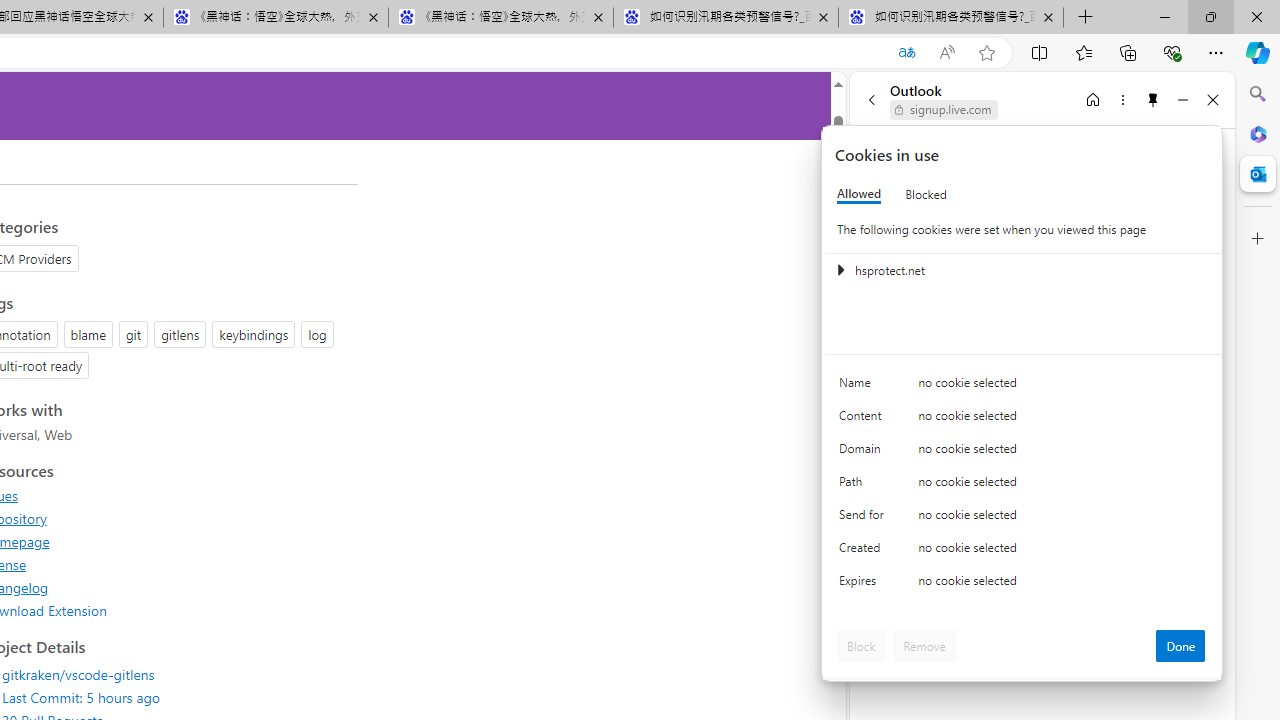 This screenshot has width=1280, height=720. What do you see at coordinates (859, 194) in the screenshot?
I see `'Allowed'` at bounding box center [859, 194].